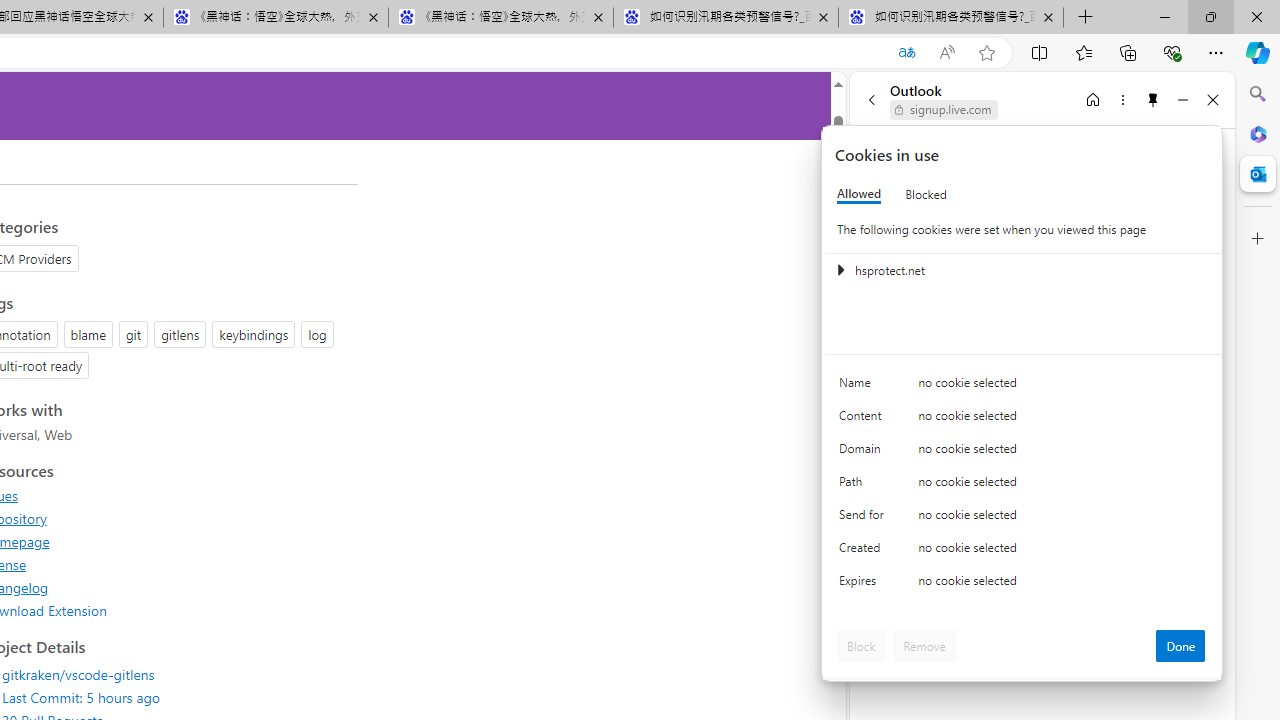 This screenshot has width=1280, height=720. What do you see at coordinates (859, 194) in the screenshot?
I see `'Allowed'` at bounding box center [859, 194].